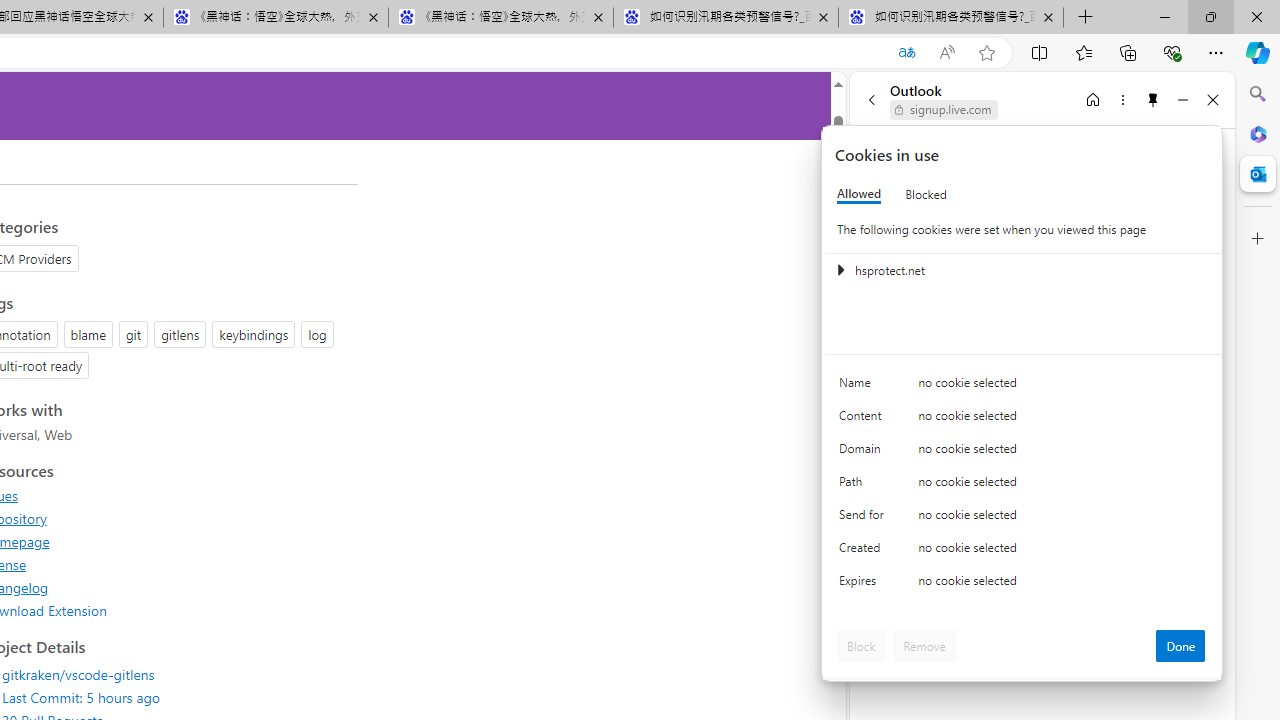 This screenshot has width=1280, height=720. What do you see at coordinates (859, 194) in the screenshot?
I see `'Allowed'` at bounding box center [859, 194].